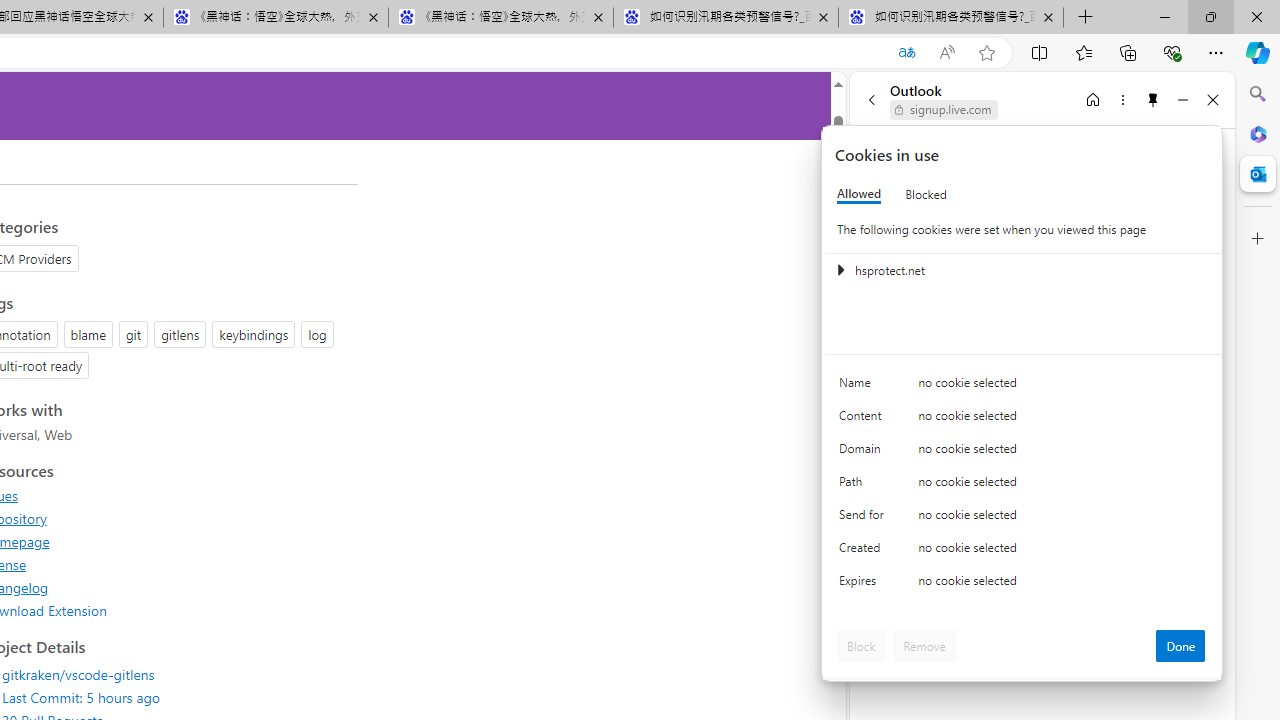 This screenshot has width=1280, height=720. What do you see at coordinates (859, 194) in the screenshot?
I see `'Allowed'` at bounding box center [859, 194].